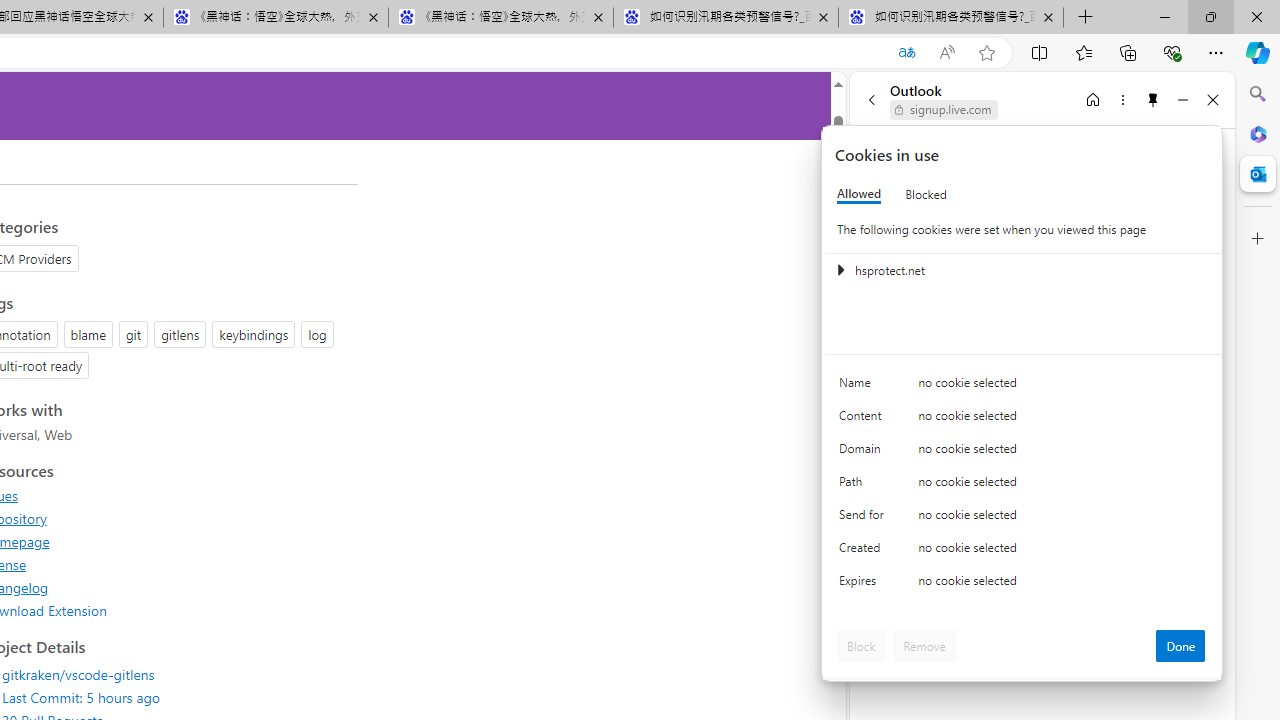 This screenshot has width=1280, height=720. What do you see at coordinates (859, 194) in the screenshot?
I see `'Allowed'` at bounding box center [859, 194].